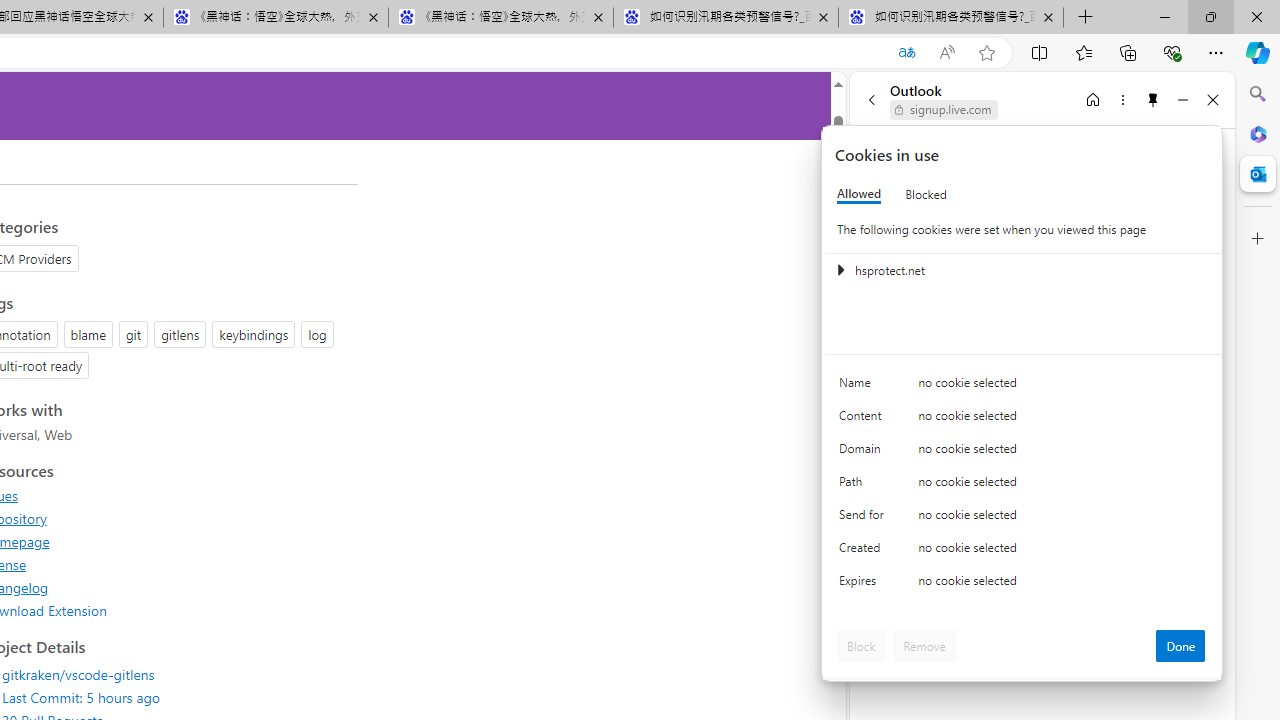 This screenshot has width=1280, height=720. What do you see at coordinates (859, 194) in the screenshot?
I see `'Allowed'` at bounding box center [859, 194].